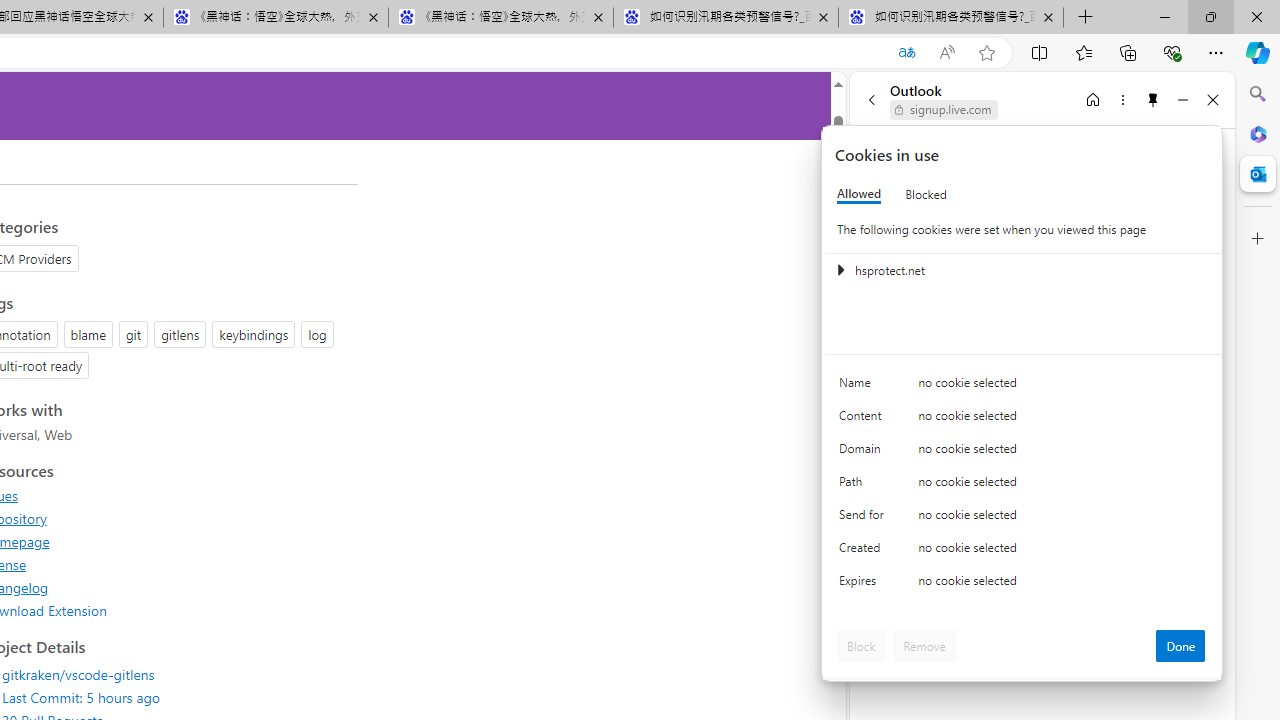 This screenshot has width=1280, height=720. What do you see at coordinates (859, 194) in the screenshot?
I see `'Allowed'` at bounding box center [859, 194].